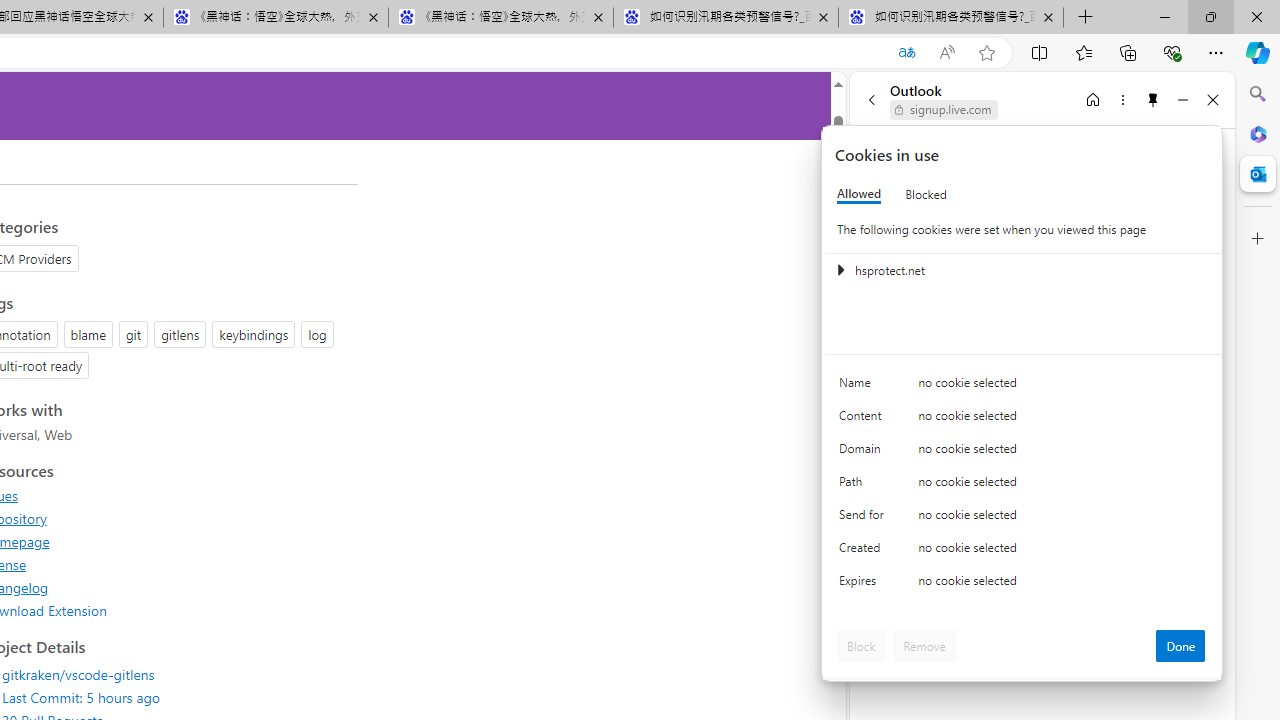 This screenshot has width=1280, height=720. What do you see at coordinates (859, 194) in the screenshot?
I see `'Allowed'` at bounding box center [859, 194].